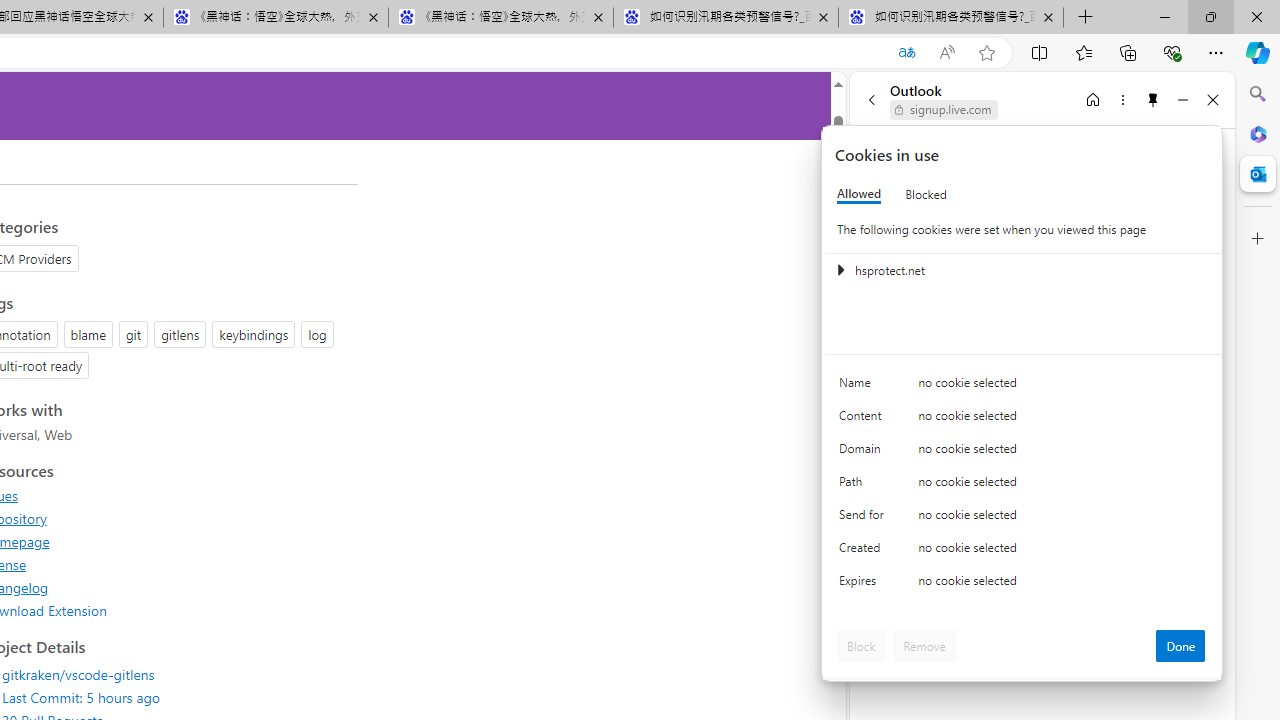 This screenshot has width=1280, height=720. What do you see at coordinates (859, 194) in the screenshot?
I see `'Allowed'` at bounding box center [859, 194].